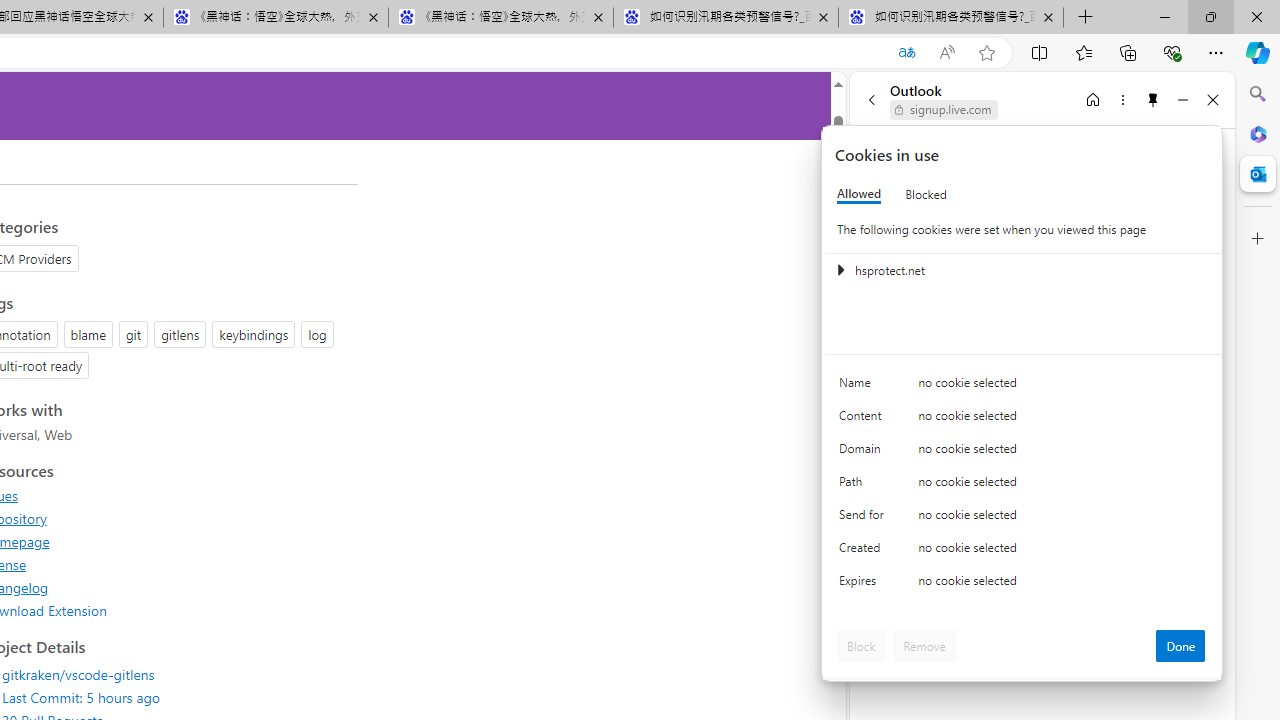 This screenshot has width=1280, height=720. What do you see at coordinates (859, 194) in the screenshot?
I see `'Allowed'` at bounding box center [859, 194].